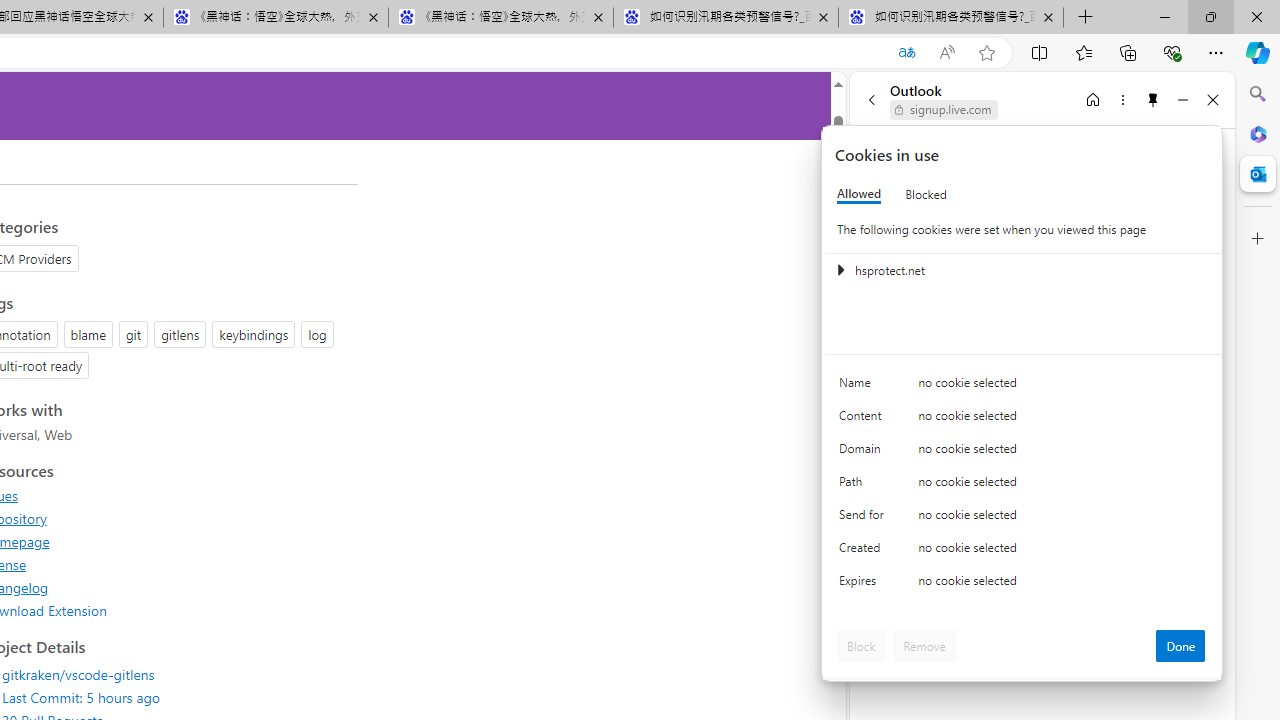 This screenshot has width=1280, height=720. What do you see at coordinates (859, 194) in the screenshot?
I see `'Allowed'` at bounding box center [859, 194].